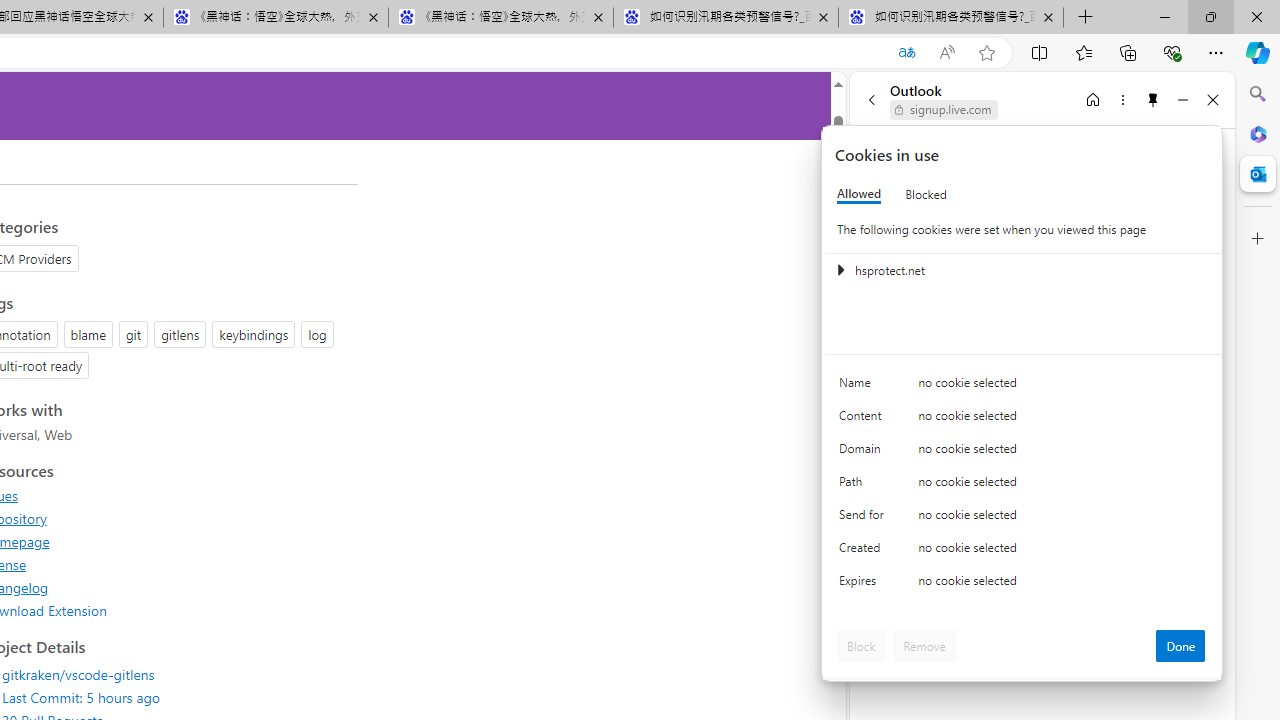 This screenshot has width=1280, height=720. What do you see at coordinates (859, 194) in the screenshot?
I see `'Allowed'` at bounding box center [859, 194].